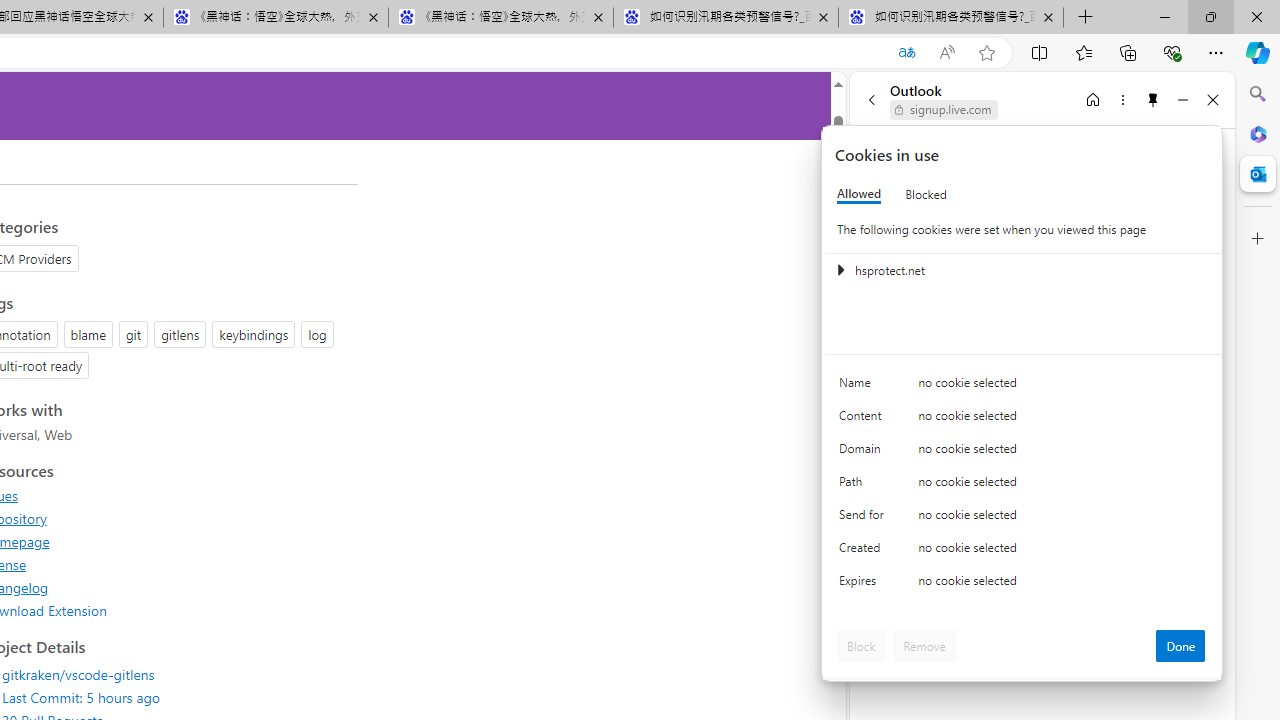 This screenshot has width=1280, height=720. What do you see at coordinates (859, 194) in the screenshot?
I see `'Allowed'` at bounding box center [859, 194].